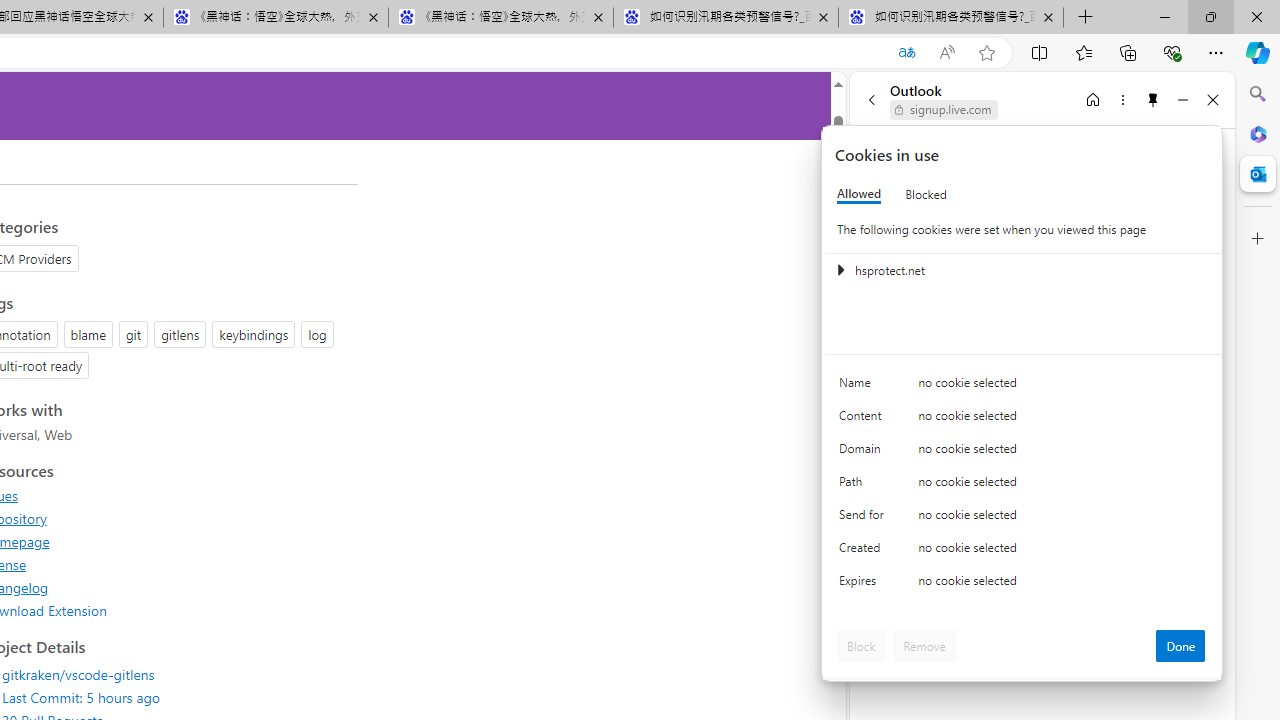 This screenshot has width=1280, height=720. What do you see at coordinates (859, 194) in the screenshot?
I see `'Allowed'` at bounding box center [859, 194].